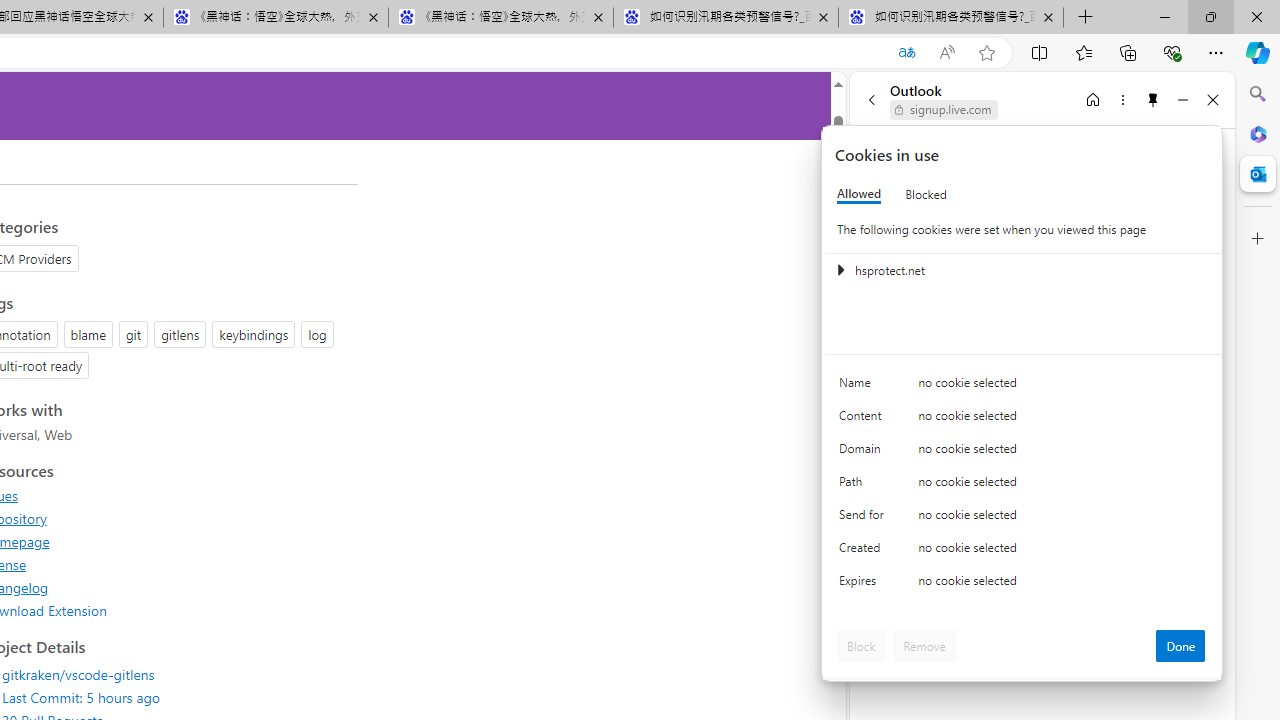 This screenshot has width=1280, height=720. What do you see at coordinates (859, 194) in the screenshot?
I see `'Allowed'` at bounding box center [859, 194].